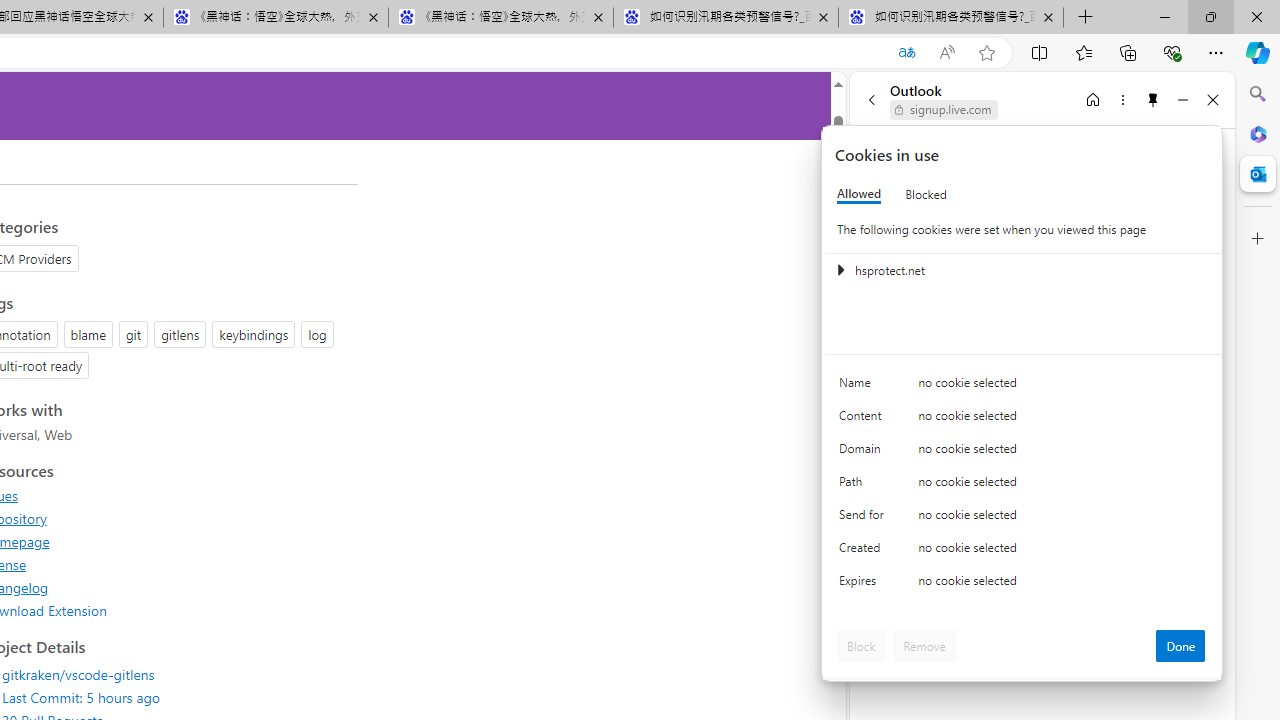 This screenshot has width=1280, height=720. What do you see at coordinates (859, 194) in the screenshot?
I see `'Allowed'` at bounding box center [859, 194].